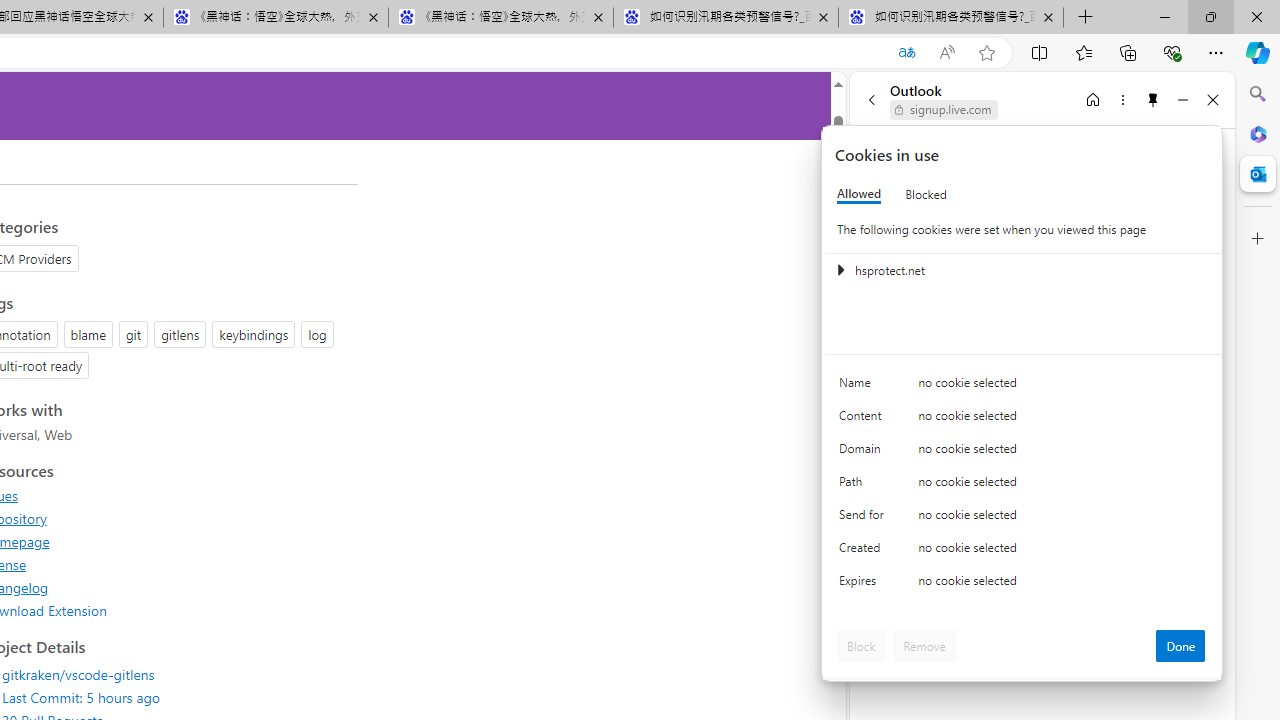 This screenshot has width=1280, height=720. What do you see at coordinates (859, 194) in the screenshot?
I see `'Allowed'` at bounding box center [859, 194].